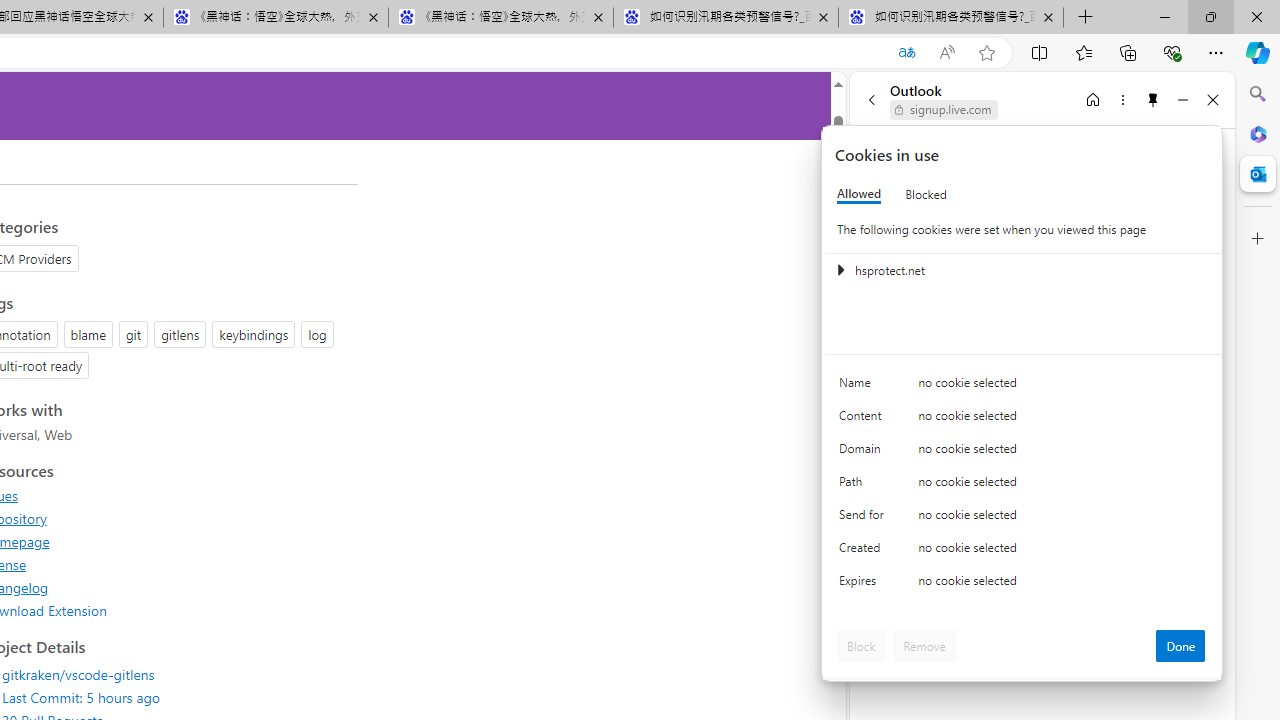 This screenshot has width=1280, height=720. What do you see at coordinates (859, 194) in the screenshot?
I see `'Allowed'` at bounding box center [859, 194].